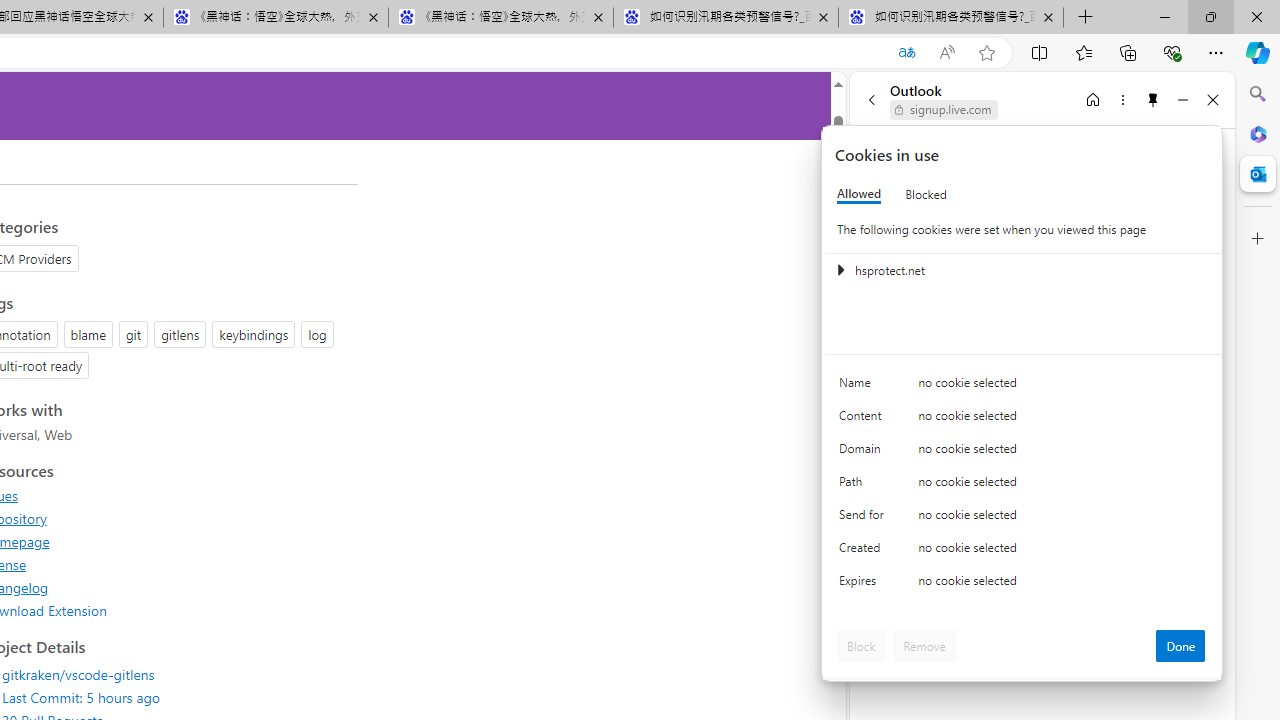 This screenshot has width=1280, height=720. What do you see at coordinates (859, 194) in the screenshot?
I see `'Allowed'` at bounding box center [859, 194].